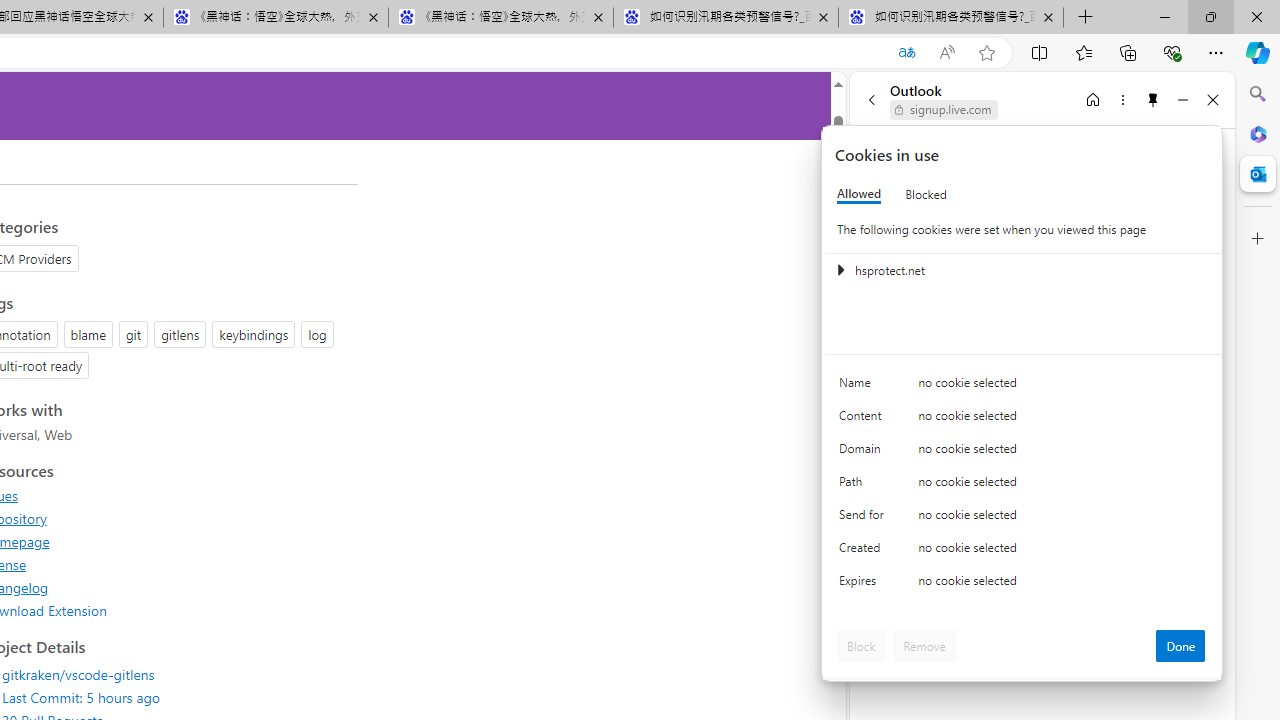 This screenshot has width=1280, height=720. What do you see at coordinates (859, 194) in the screenshot?
I see `'Allowed'` at bounding box center [859, 194].